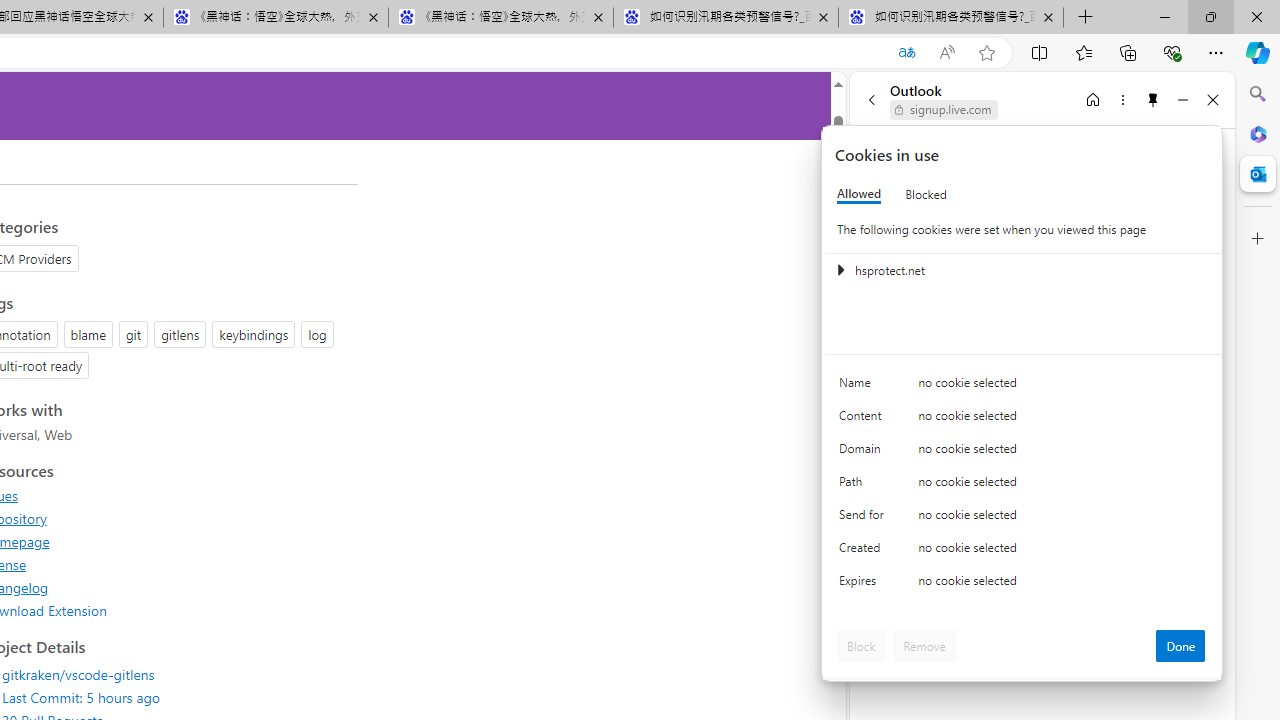 This screenshot has width=1280, height=720. What do you see at coordinates (859, 194) in the screenshot?
I see `'Allowed'` at bounding box center [859, 194].